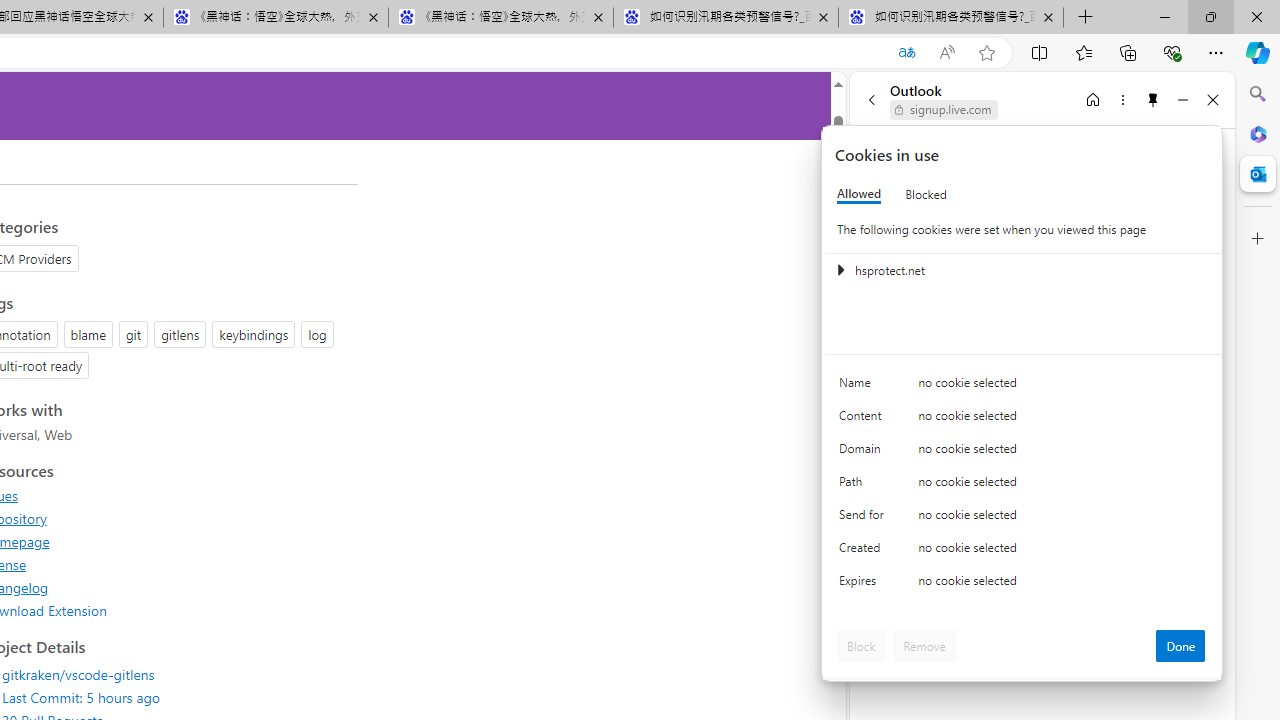 This screenshot has width=1280, height=720. What do you see at coordinates (859, 194) in the screenshot?
I see `'Allowed'` at bounding box center [859, 194].